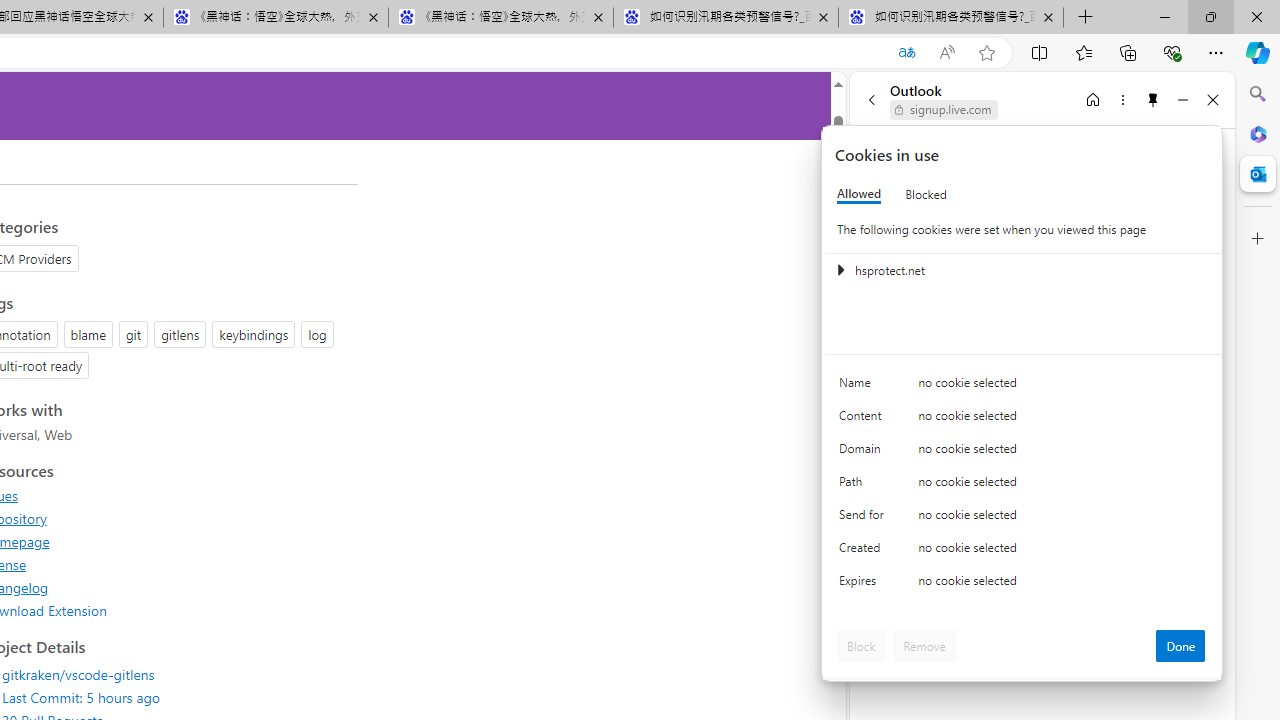 This screenshot has width=1280, height=720. What do you see at coordinates (859, 194) in the screenshot?
I see `'Allowed'` at bounding box center [859, 194].